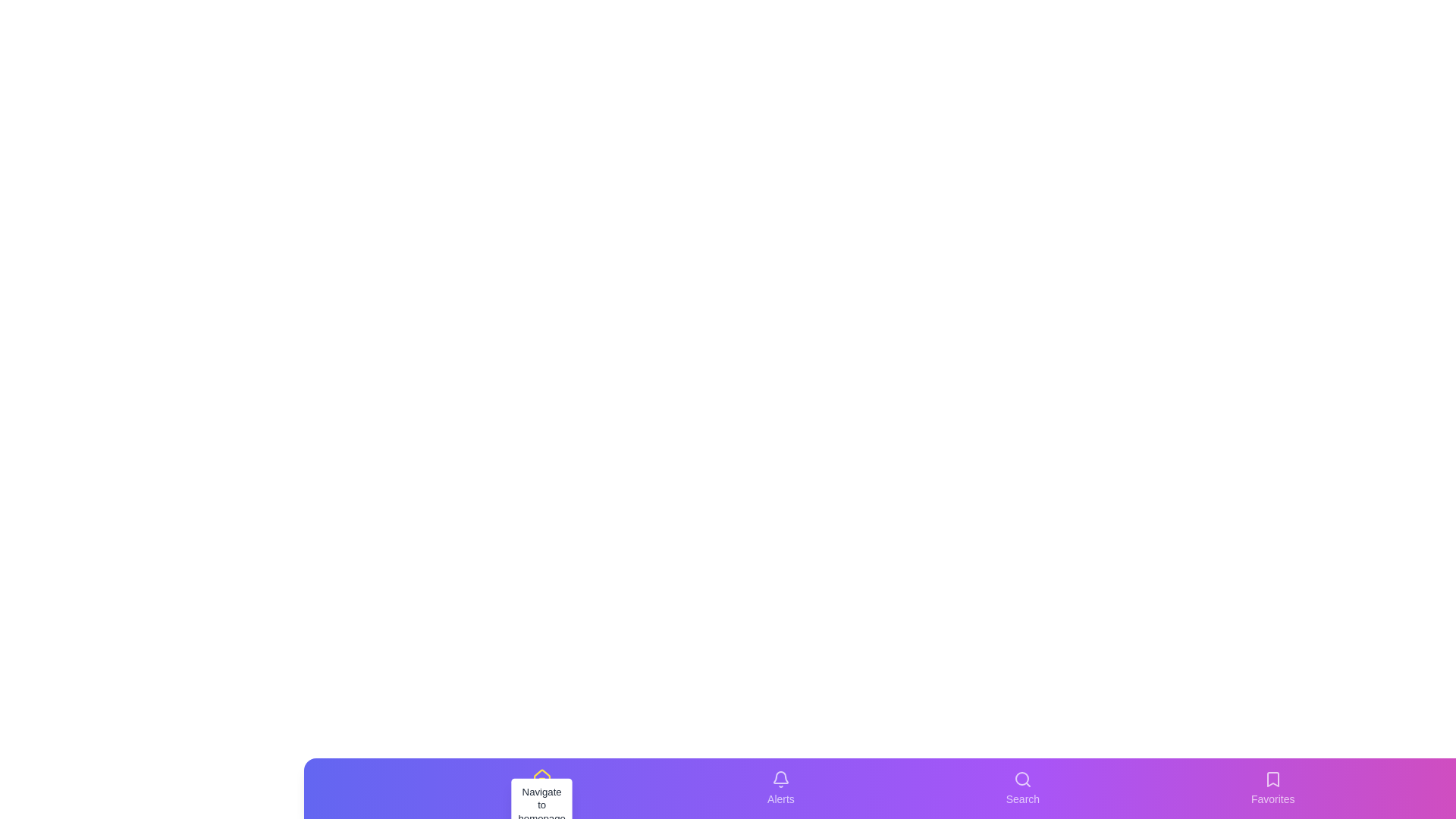 The image size is (1456, 819). Describe the element at coordinates (1272, 788) in the screenshot. I see `the tab labeled Favorites in the bottom navigation bar` at that location.